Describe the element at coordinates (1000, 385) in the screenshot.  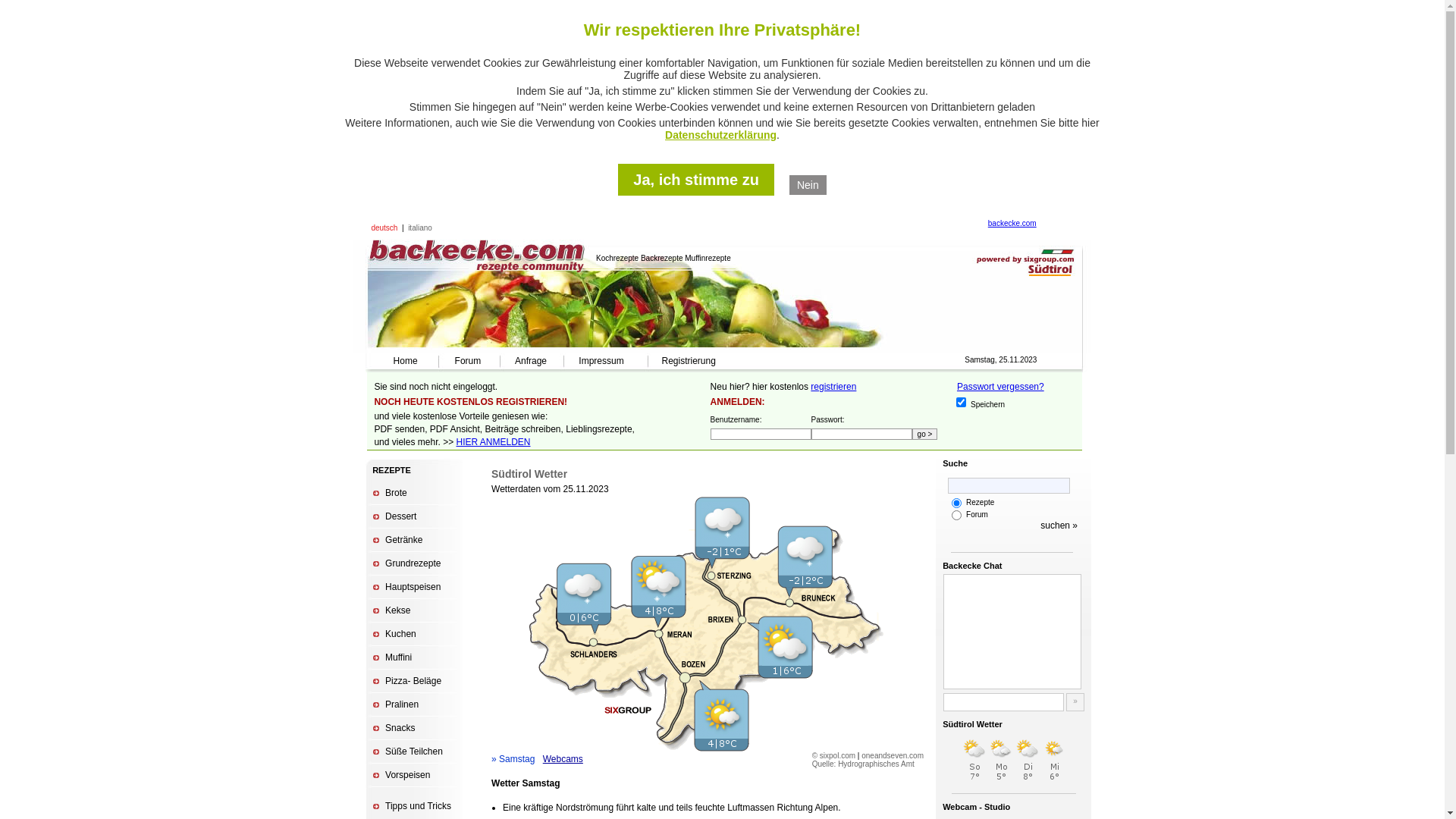
I see `'Passwort vergessen?'` at that location.